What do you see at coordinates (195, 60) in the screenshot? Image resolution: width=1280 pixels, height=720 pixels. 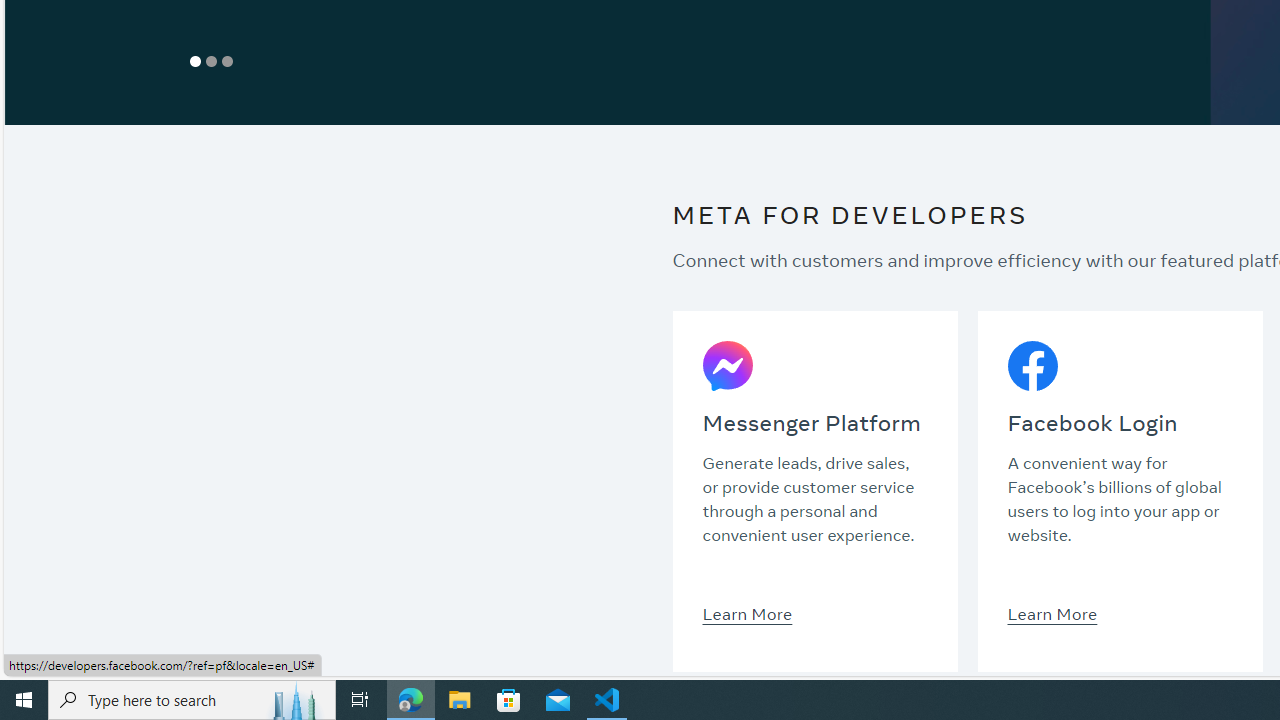 I see `'Show Slide 1'` at bounding box center [195, 60].